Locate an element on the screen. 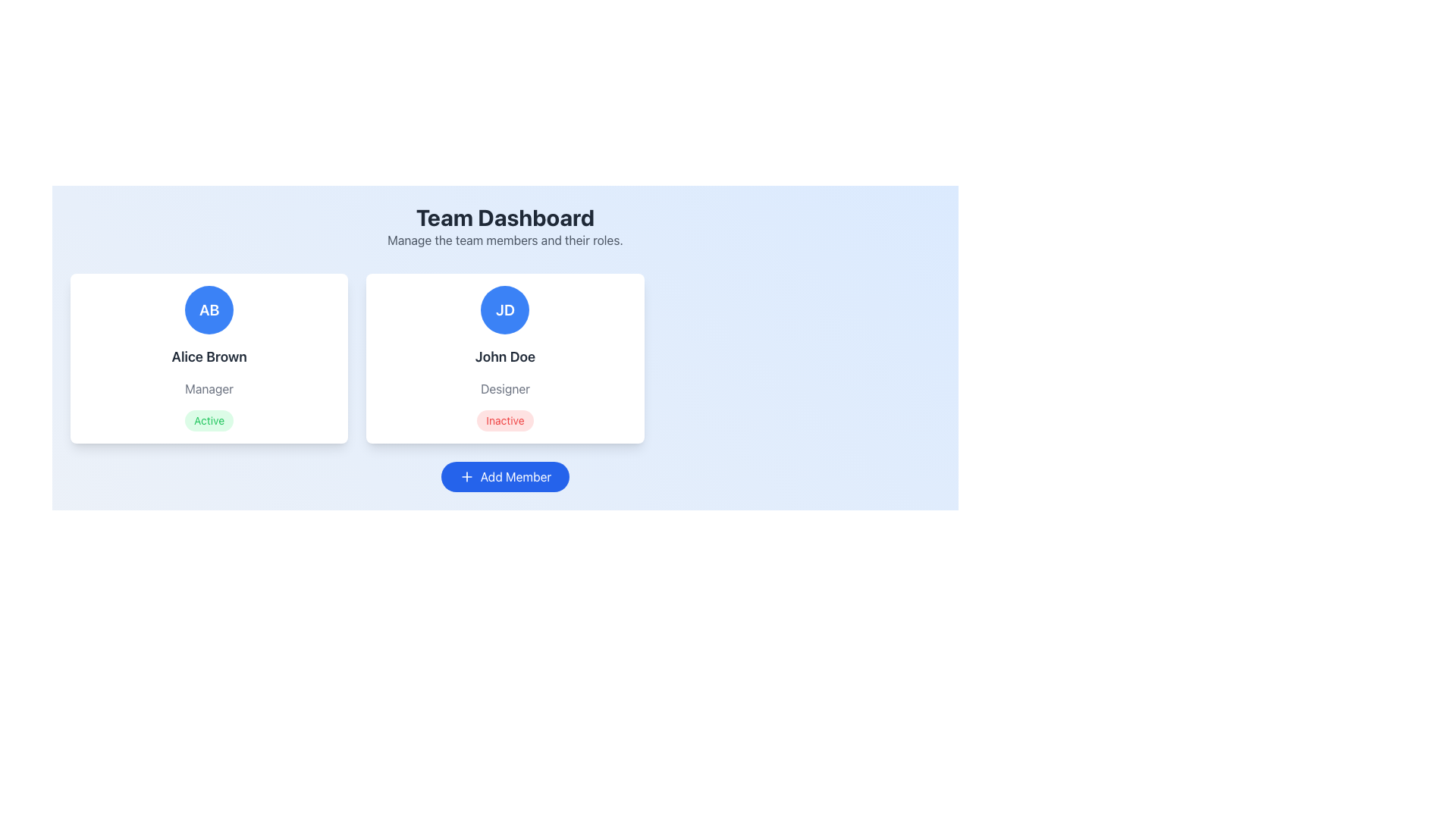 Image resolution: width=1456 pixels, height=819 pixels. the visual avatar or badge representing 'John Doe', located in the upper center region of the card is located at coordinates (505, 309).